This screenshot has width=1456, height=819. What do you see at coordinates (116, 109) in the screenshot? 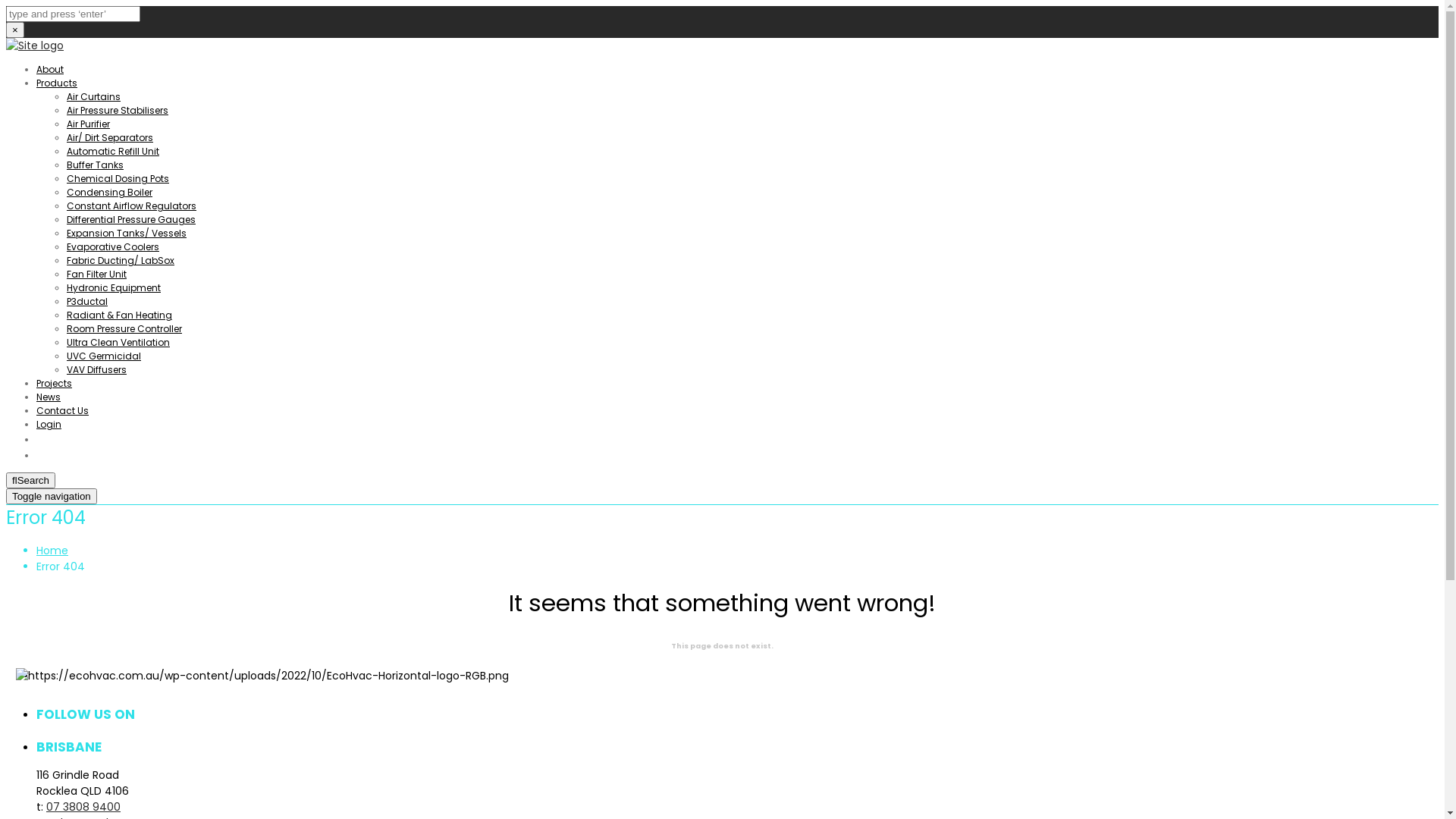
I see `'Air Pressure Stabilisers'` at bounding box center [116, 109].